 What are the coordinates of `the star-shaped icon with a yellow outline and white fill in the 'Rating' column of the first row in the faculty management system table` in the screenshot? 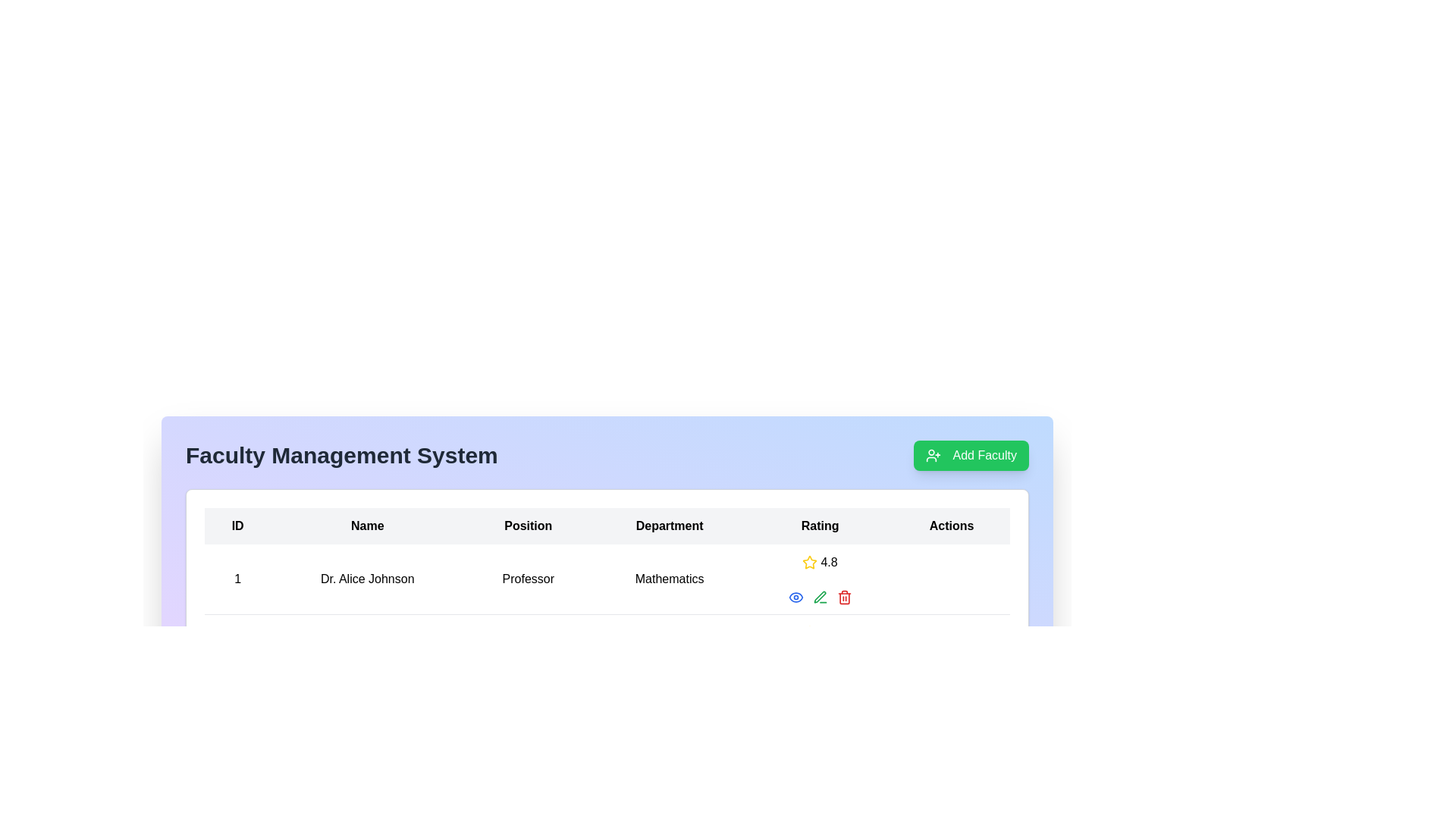 It's located at (809, 562).